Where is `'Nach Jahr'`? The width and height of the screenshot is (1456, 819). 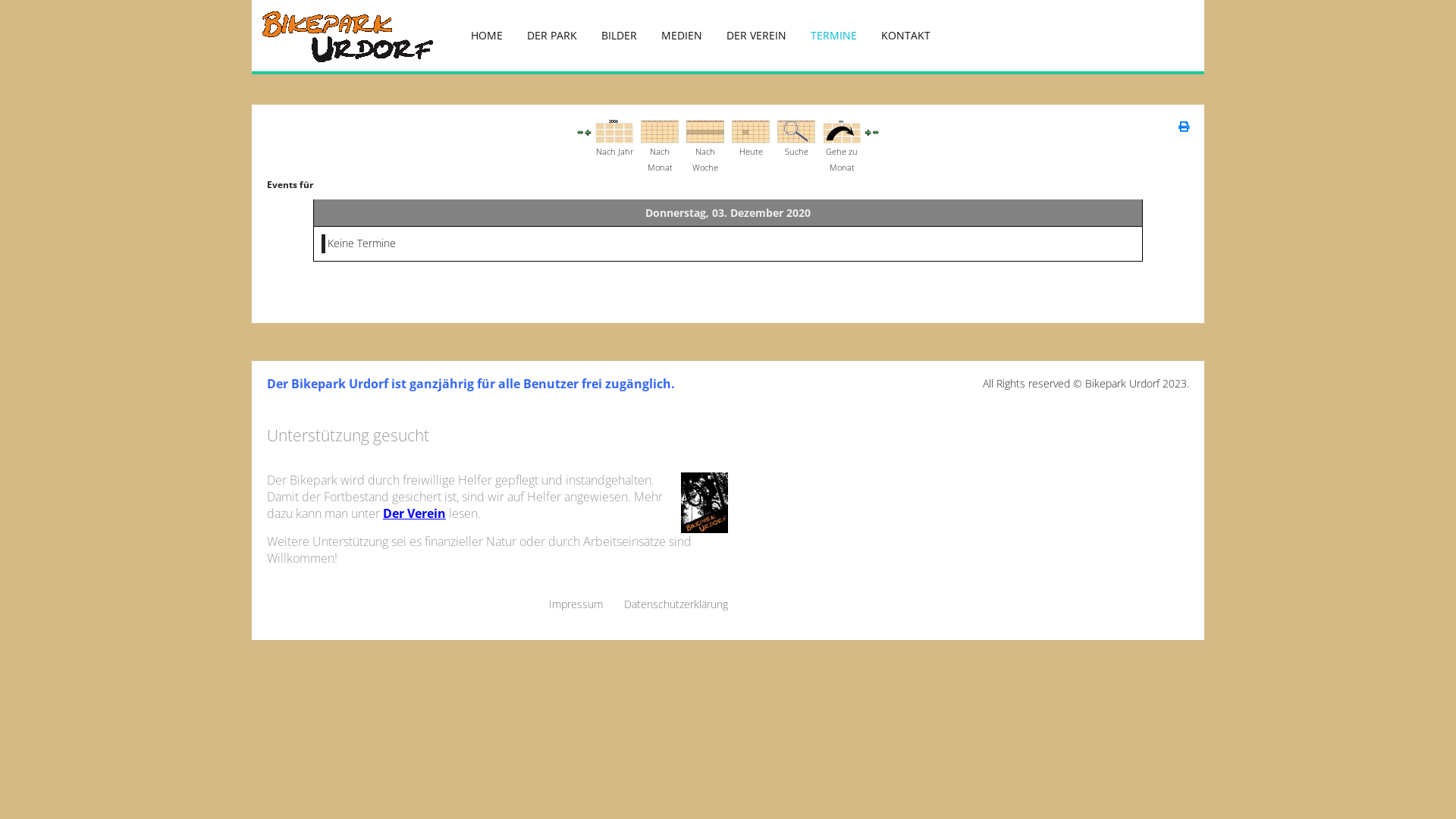
'Nach Jahr' is located at coordinates (595, 129).